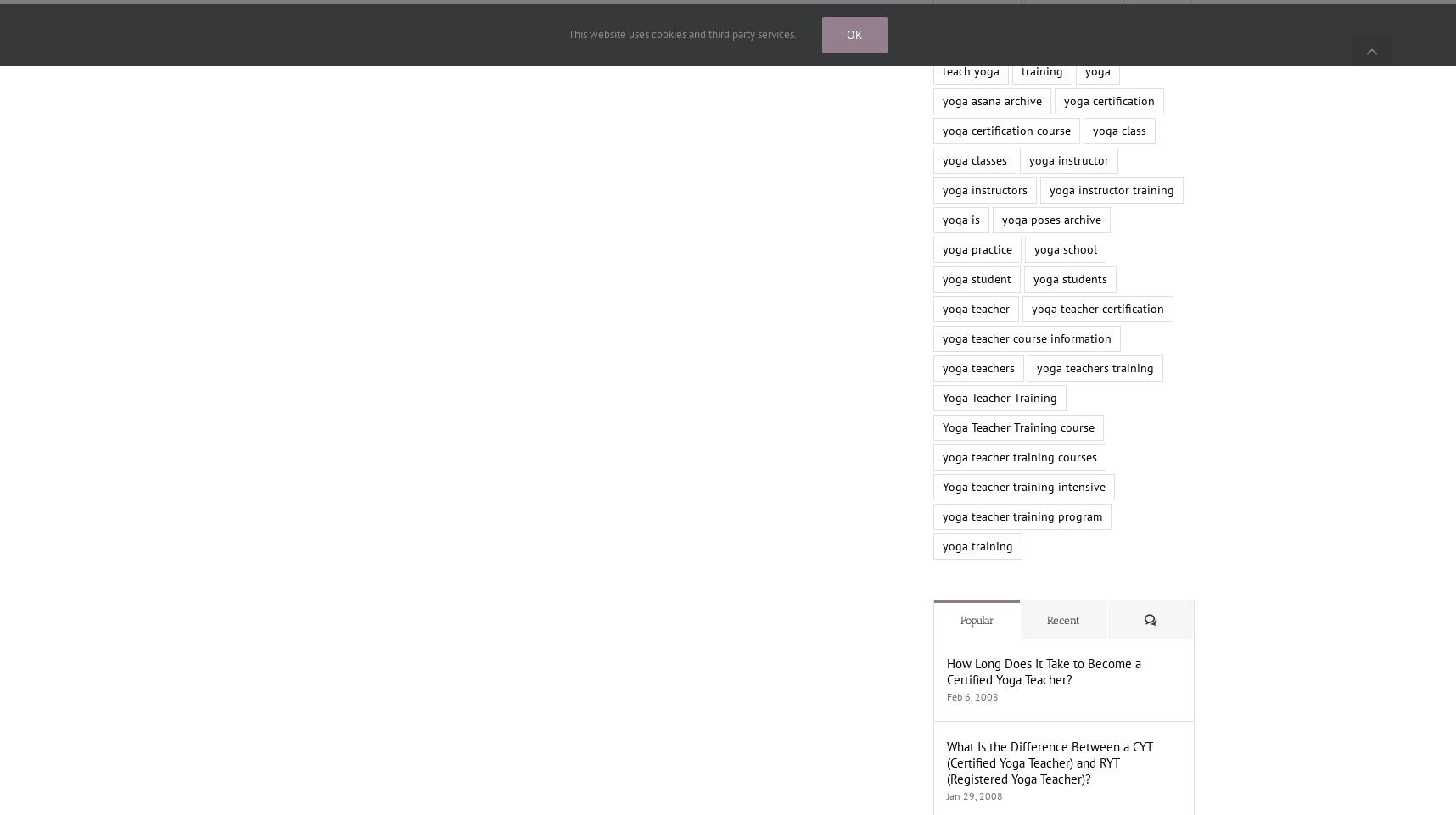 This screenshot has height=815, width=1456. Describe the element at coordinates (1022, 516) in the screenshot. I see `'yoga teacher training program'` at that location.